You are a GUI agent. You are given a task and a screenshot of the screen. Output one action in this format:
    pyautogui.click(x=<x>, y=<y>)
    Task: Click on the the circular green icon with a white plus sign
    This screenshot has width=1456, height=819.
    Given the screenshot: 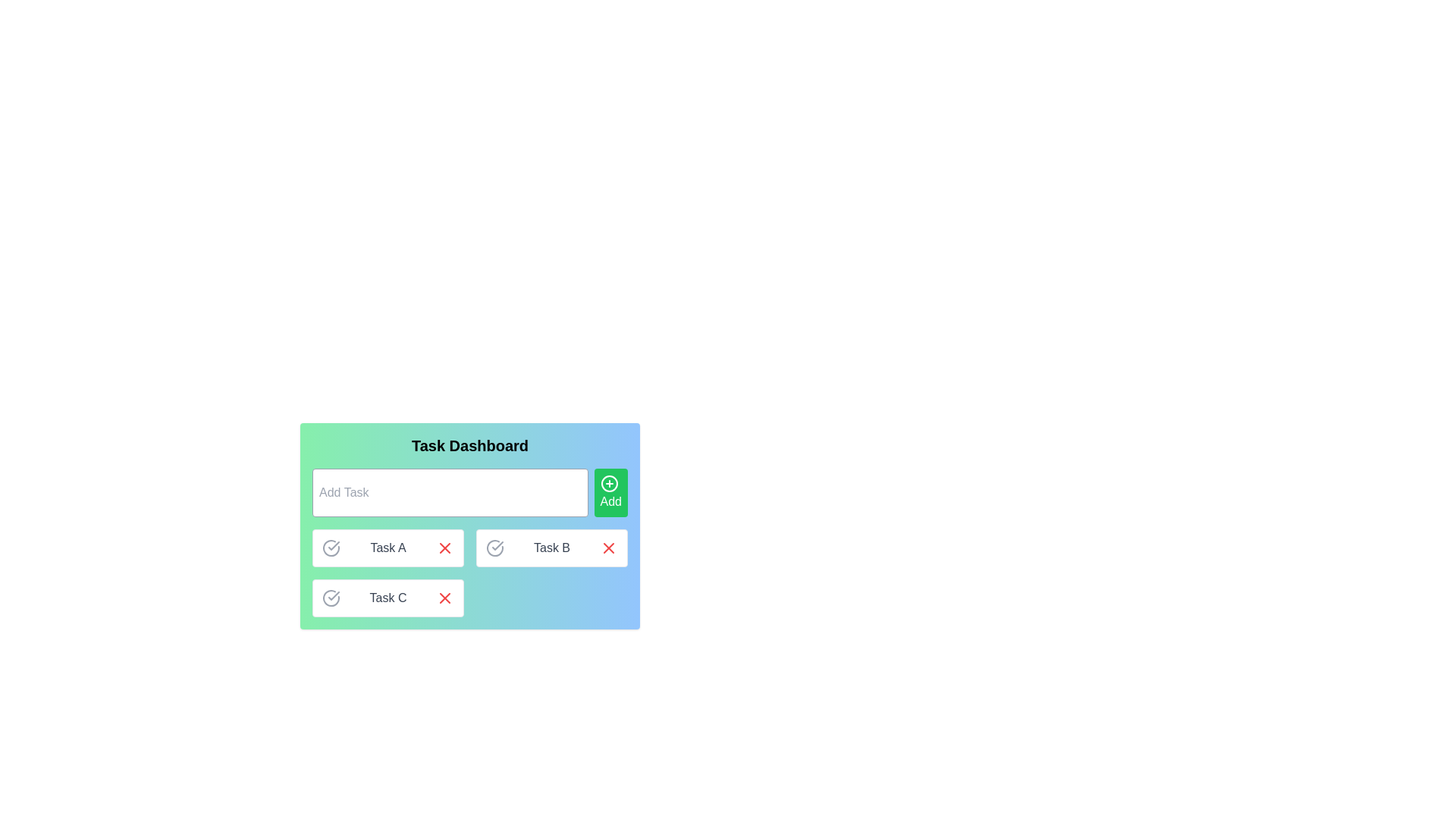 What is the action you would take?
    pyautogui.click(x=609, y=483)
    